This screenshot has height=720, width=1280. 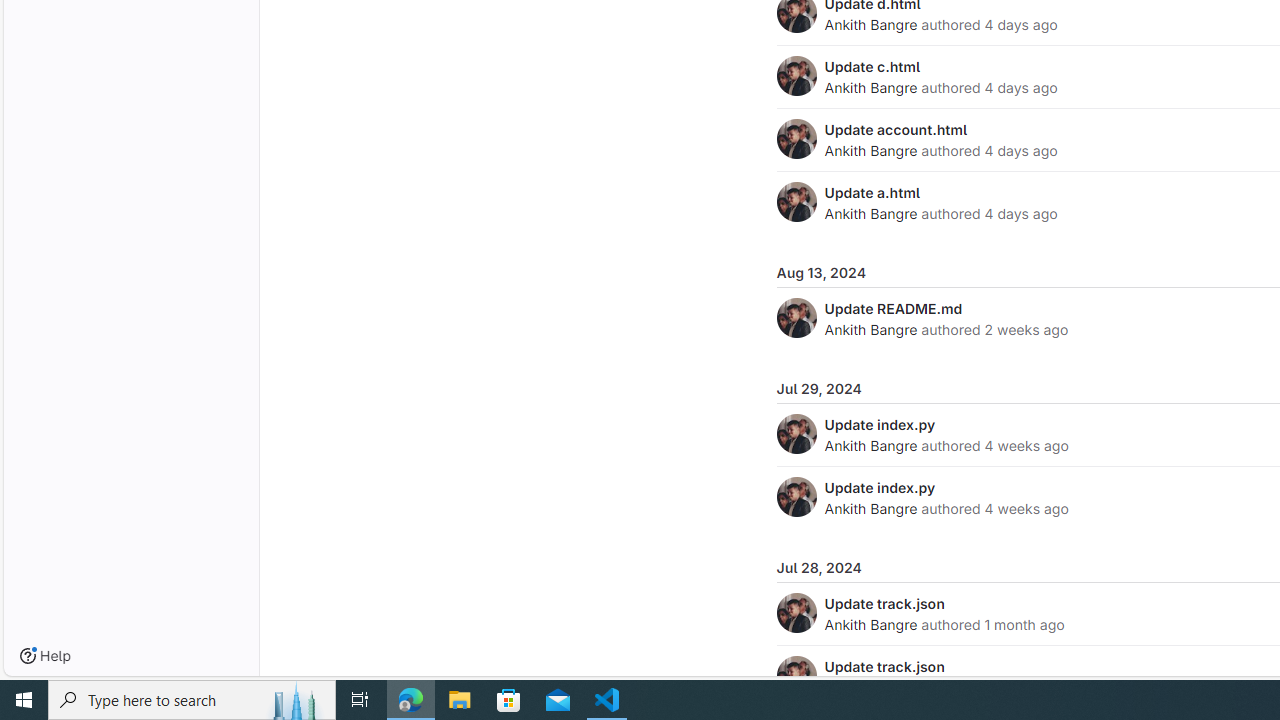 I want to click on 'Help', so click(x=45, y=655).